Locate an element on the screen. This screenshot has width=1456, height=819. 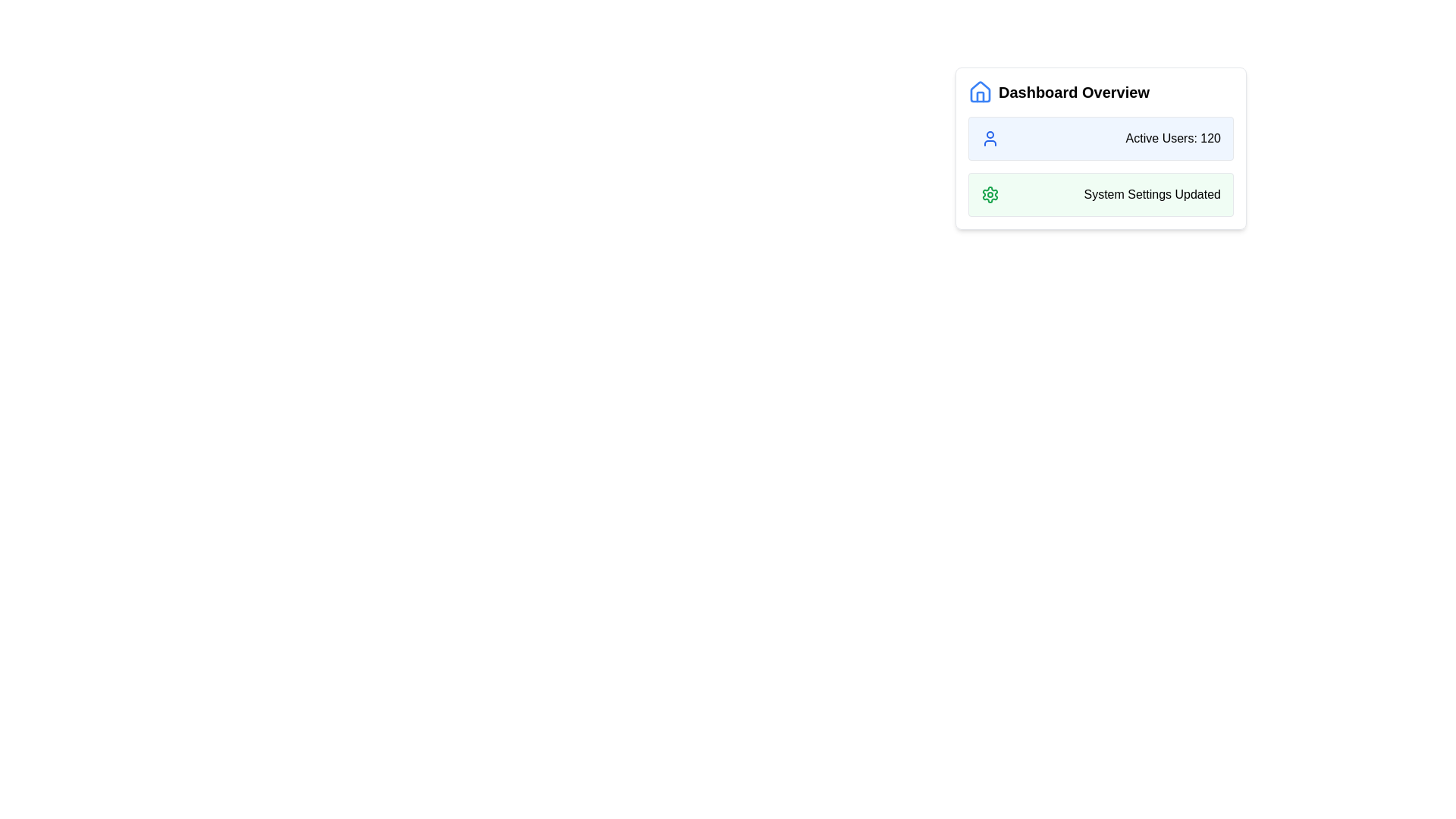
the 'Dashboard Overview' text heading with the blue house icon is located at coordinates (1100, 93).